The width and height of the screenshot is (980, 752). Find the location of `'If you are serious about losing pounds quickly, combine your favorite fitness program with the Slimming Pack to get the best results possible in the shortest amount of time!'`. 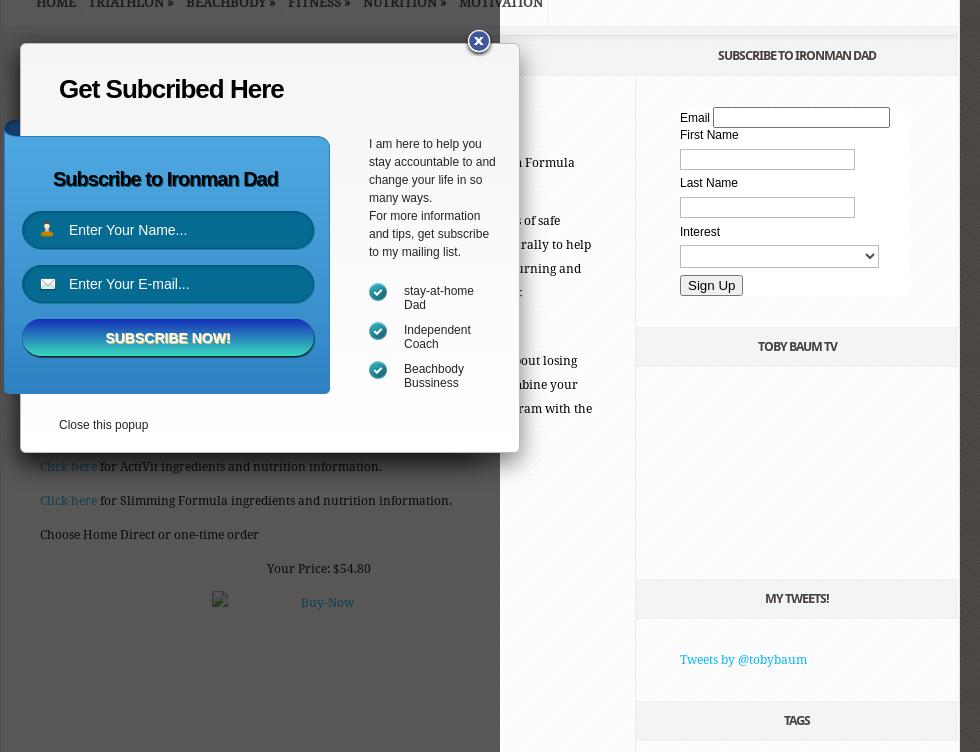

'If you are serious about losing pounds quickly, combine your favorite fitness program with the Slimming Pack to get the best results possible in the shortest amount of time!' is located at coordinates (315, 396).